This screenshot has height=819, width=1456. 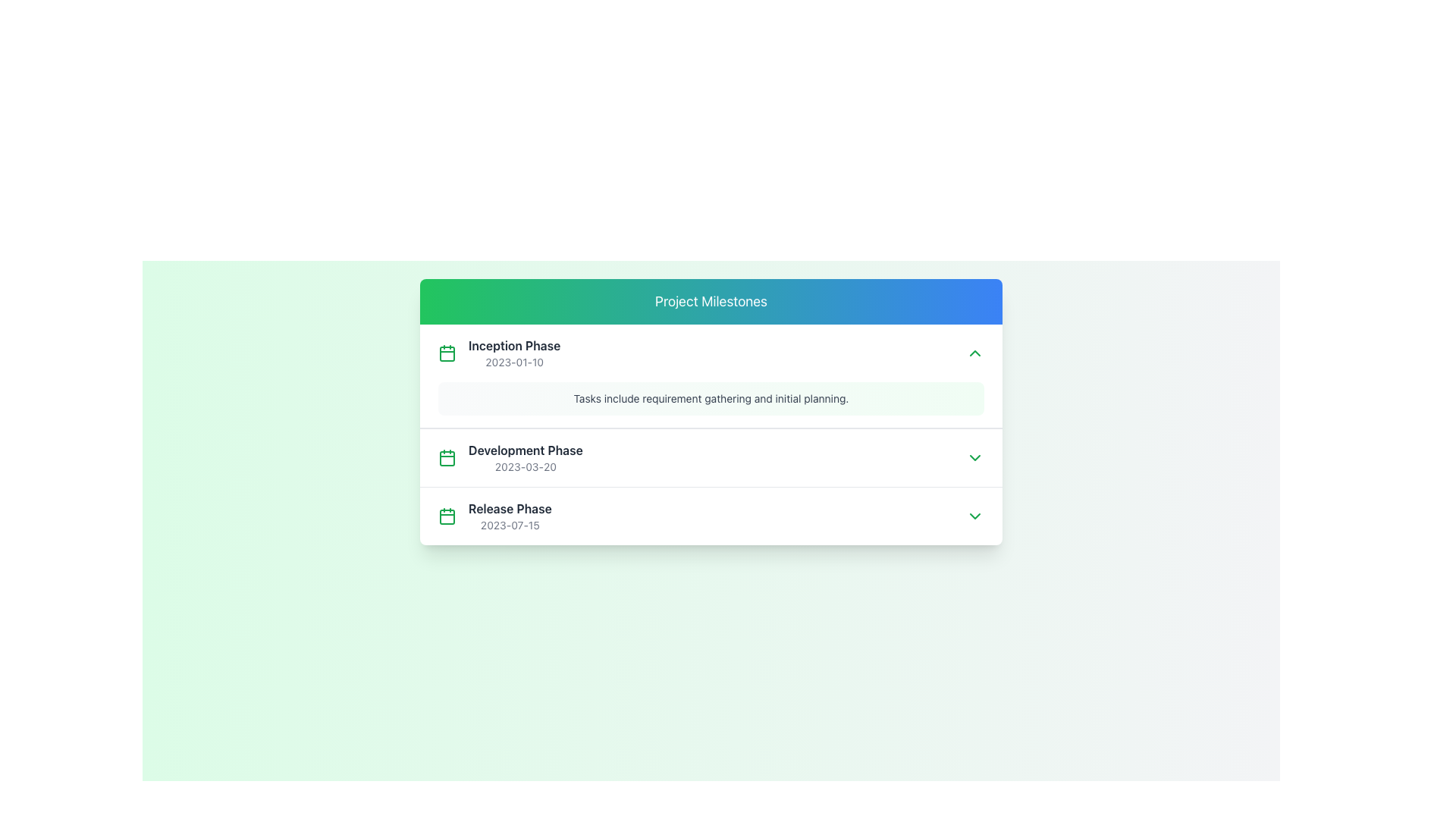 I want to click on the title label for the topmost milestone entry, which is positioned to the right of a green calendar icon and above the date '2023-01-10', so click(x=514, y=345).